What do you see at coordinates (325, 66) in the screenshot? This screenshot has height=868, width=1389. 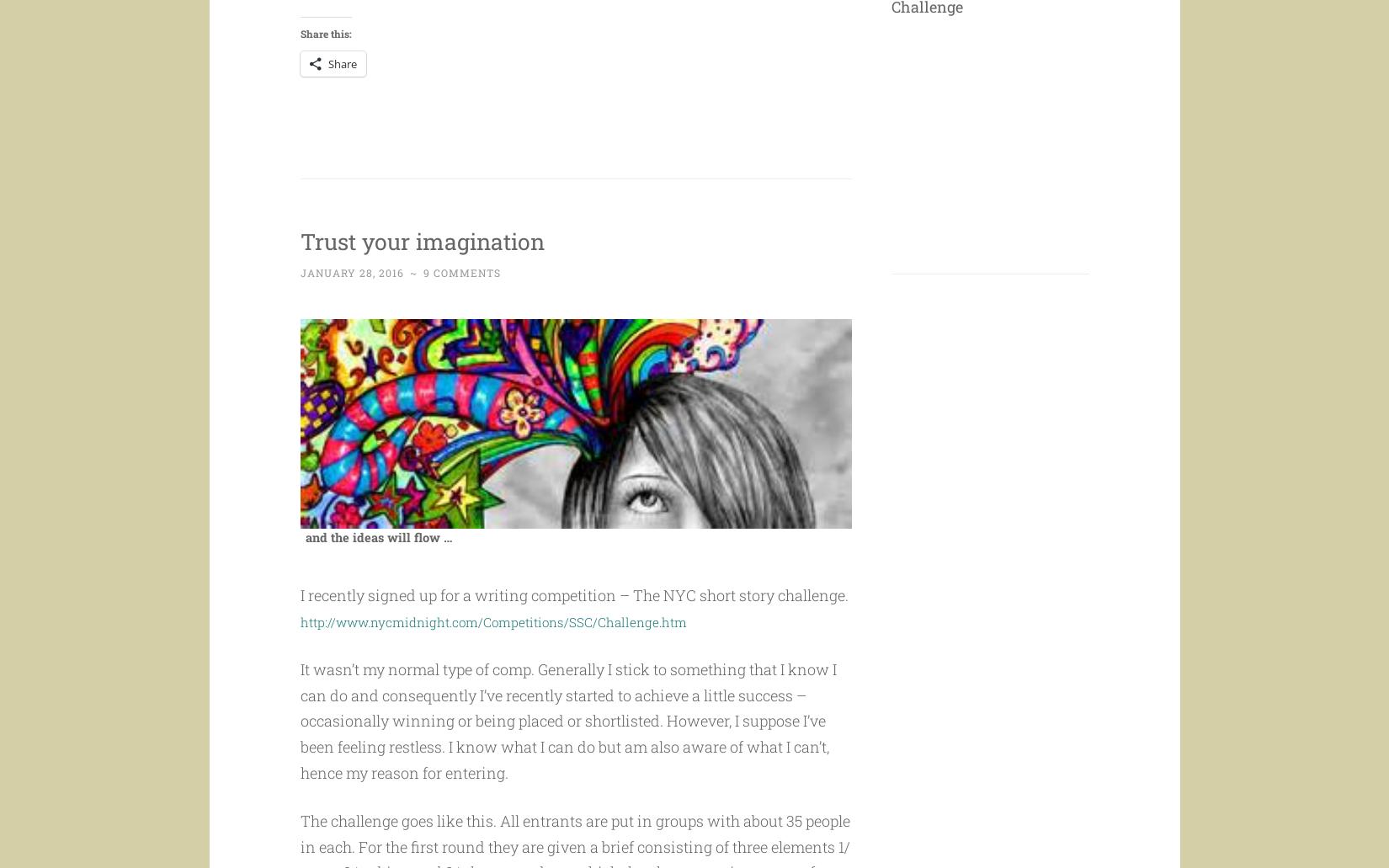 I see `'Share this:'` at bounding box center [325, 66].